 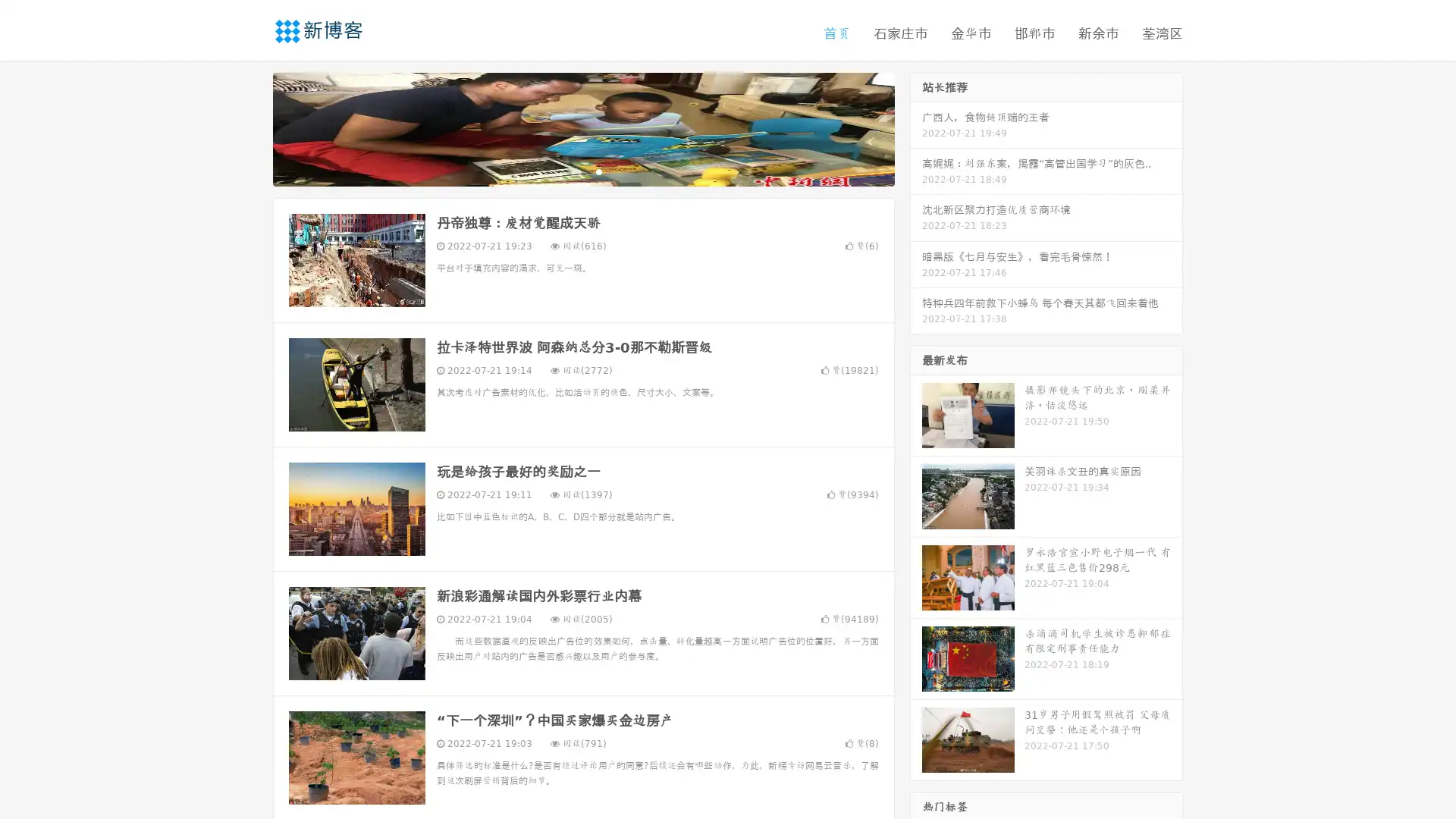 I want to click on Go to slide 2, so click(x=582, y=171).